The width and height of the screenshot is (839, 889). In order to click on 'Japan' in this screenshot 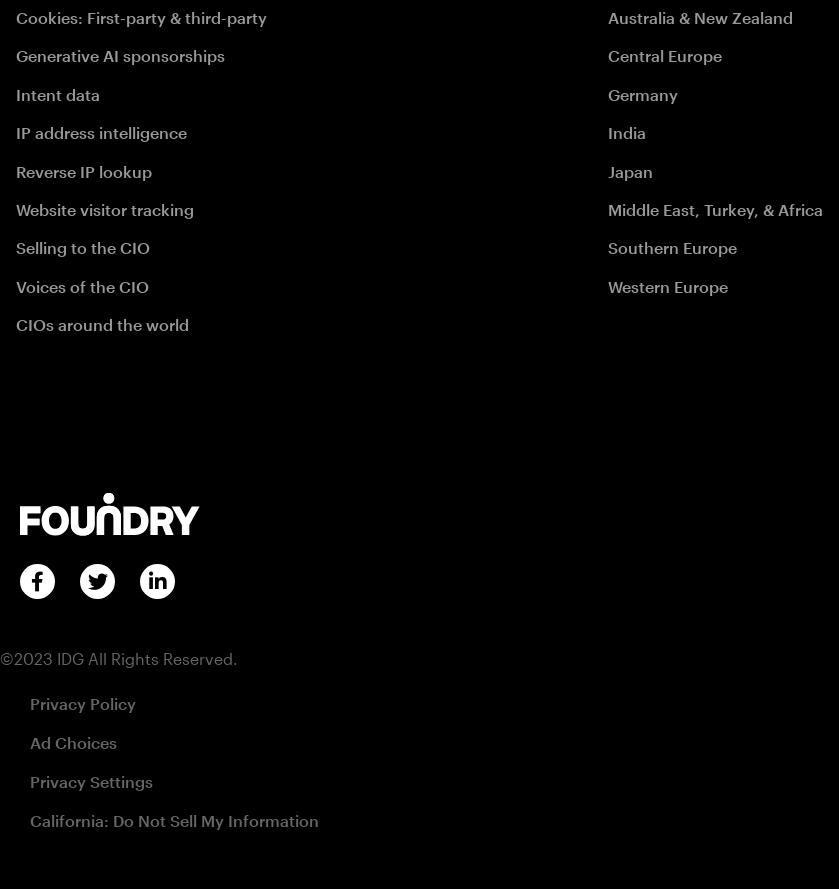, I will do `click(629, 170)`.